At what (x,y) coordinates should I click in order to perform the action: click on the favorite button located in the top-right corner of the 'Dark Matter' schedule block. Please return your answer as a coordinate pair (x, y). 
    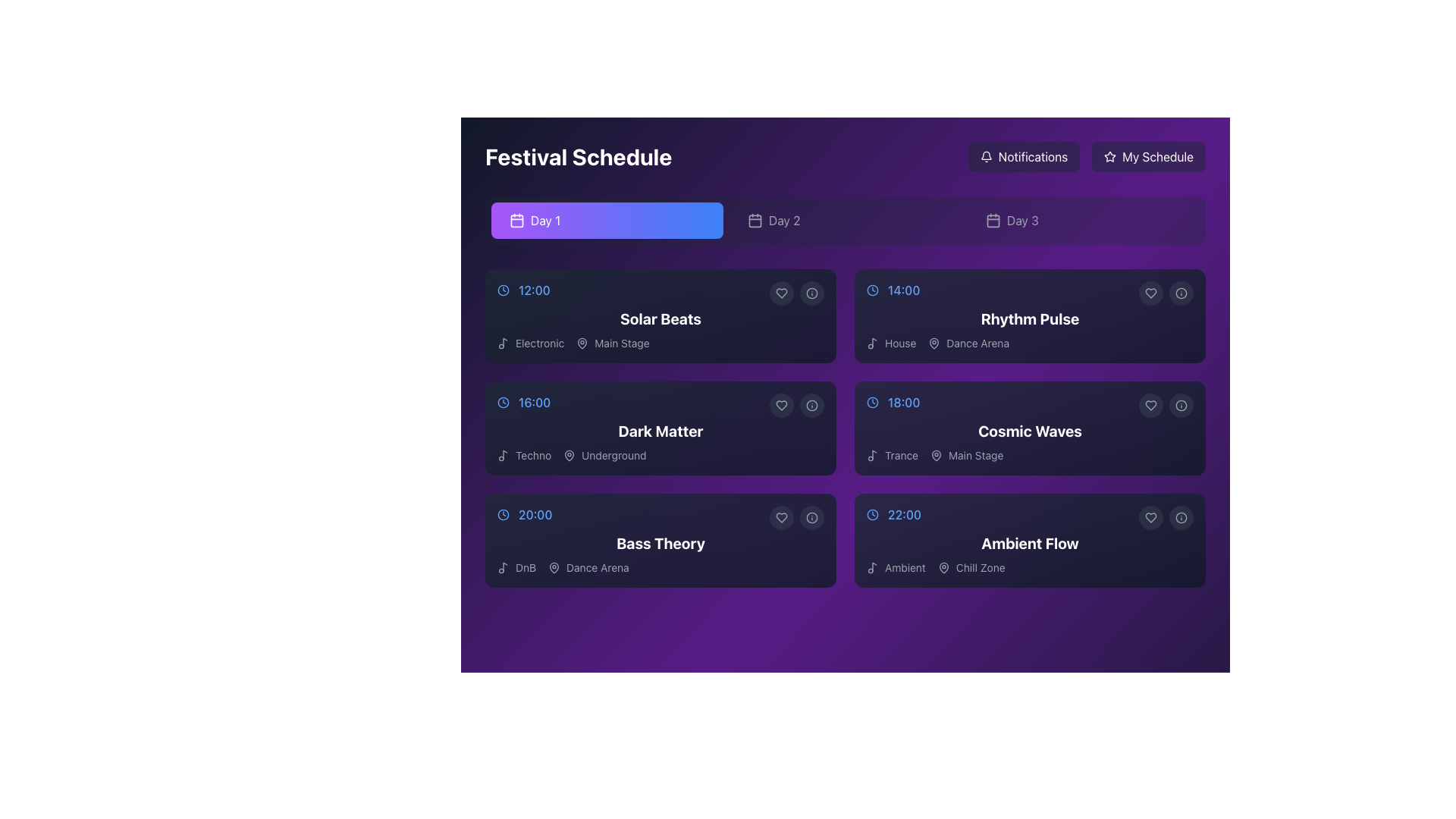
    Looking at the image, I should click on (782, 405).